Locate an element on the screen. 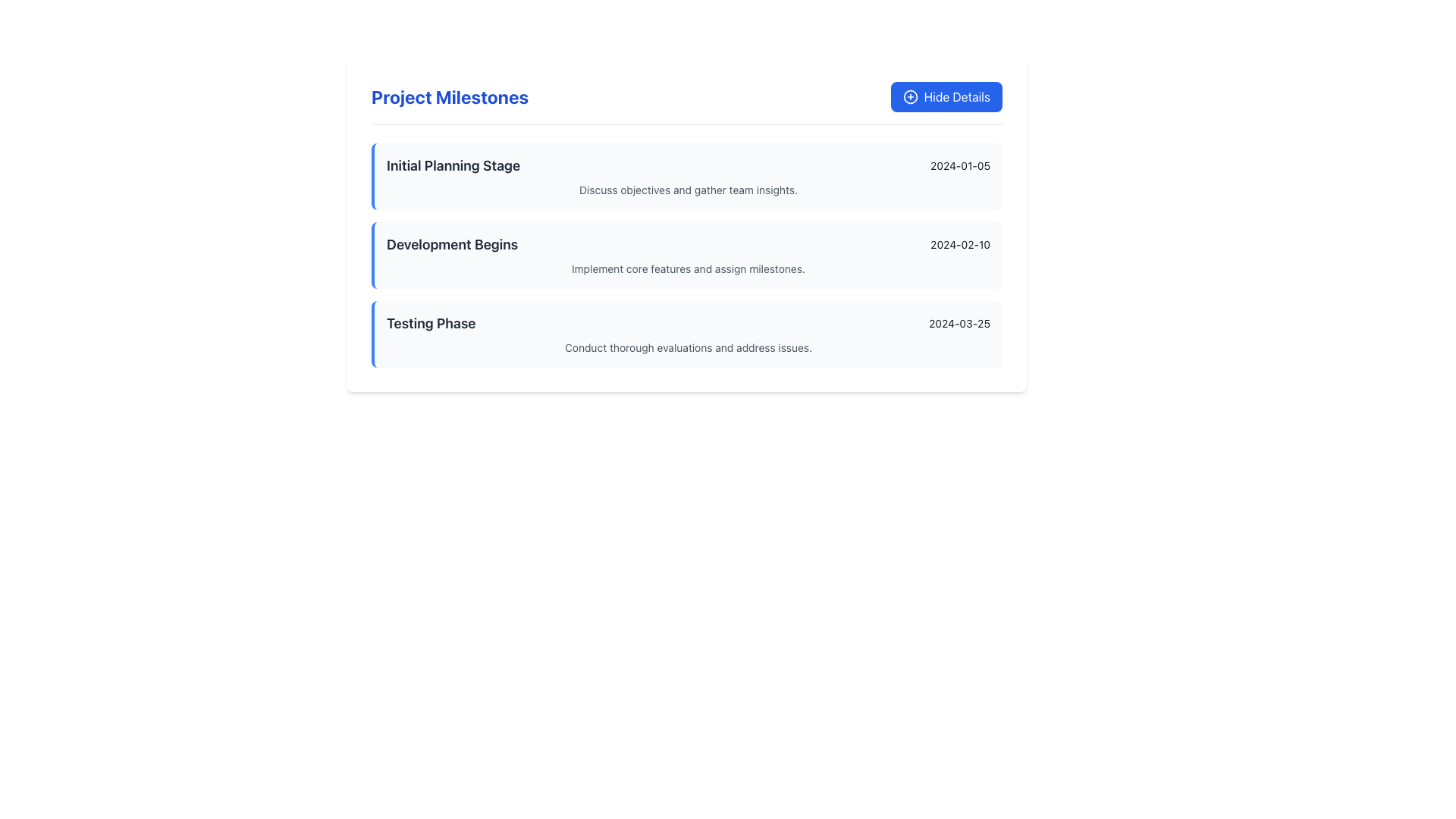 Image resolution: width=1456 pixels, height=819 pixels. the Circular Icon with Plus Sign located to the left of the 'Hide Details' button at the top-right corner of the interface is located at coordinates (910, 96).